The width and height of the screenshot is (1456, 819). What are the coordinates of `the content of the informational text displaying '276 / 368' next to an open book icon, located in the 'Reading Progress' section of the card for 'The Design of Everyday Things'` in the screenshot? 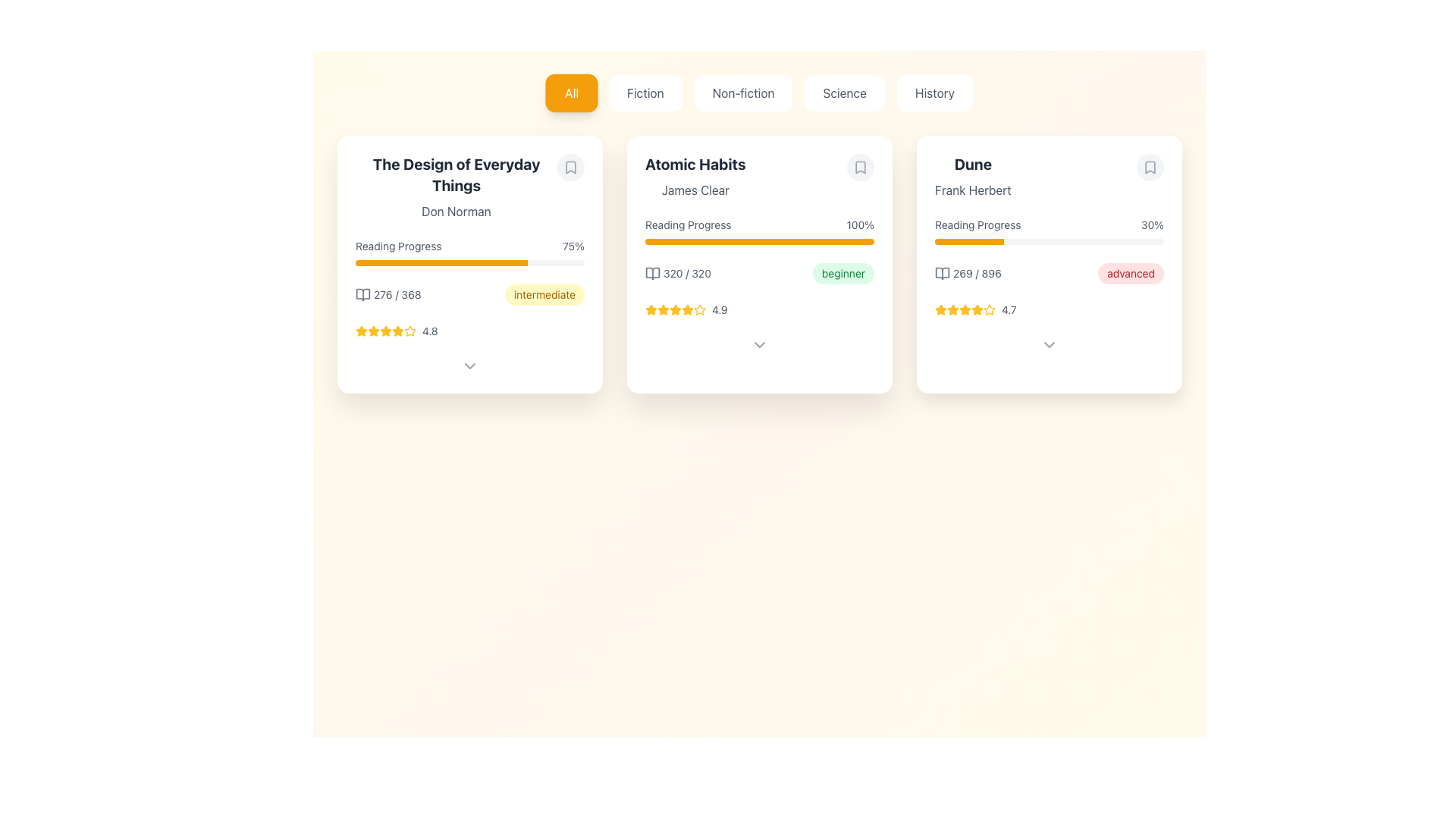 It's located at (388, 295).